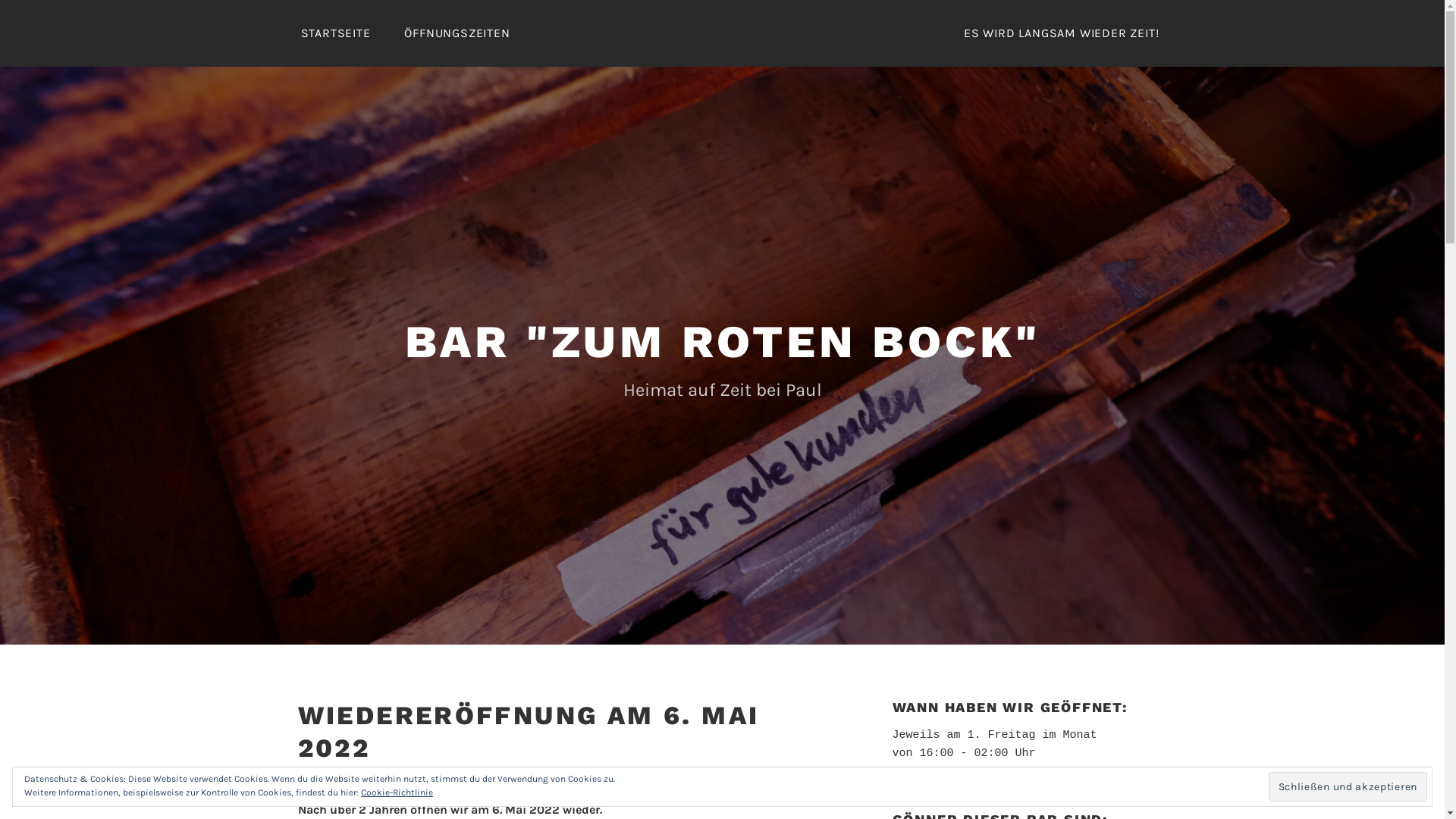  What do you see at coordinates (359, 792) in the screenshot?
I see `'Cookie-Richtlinie'` at bounding box center [359, 792].